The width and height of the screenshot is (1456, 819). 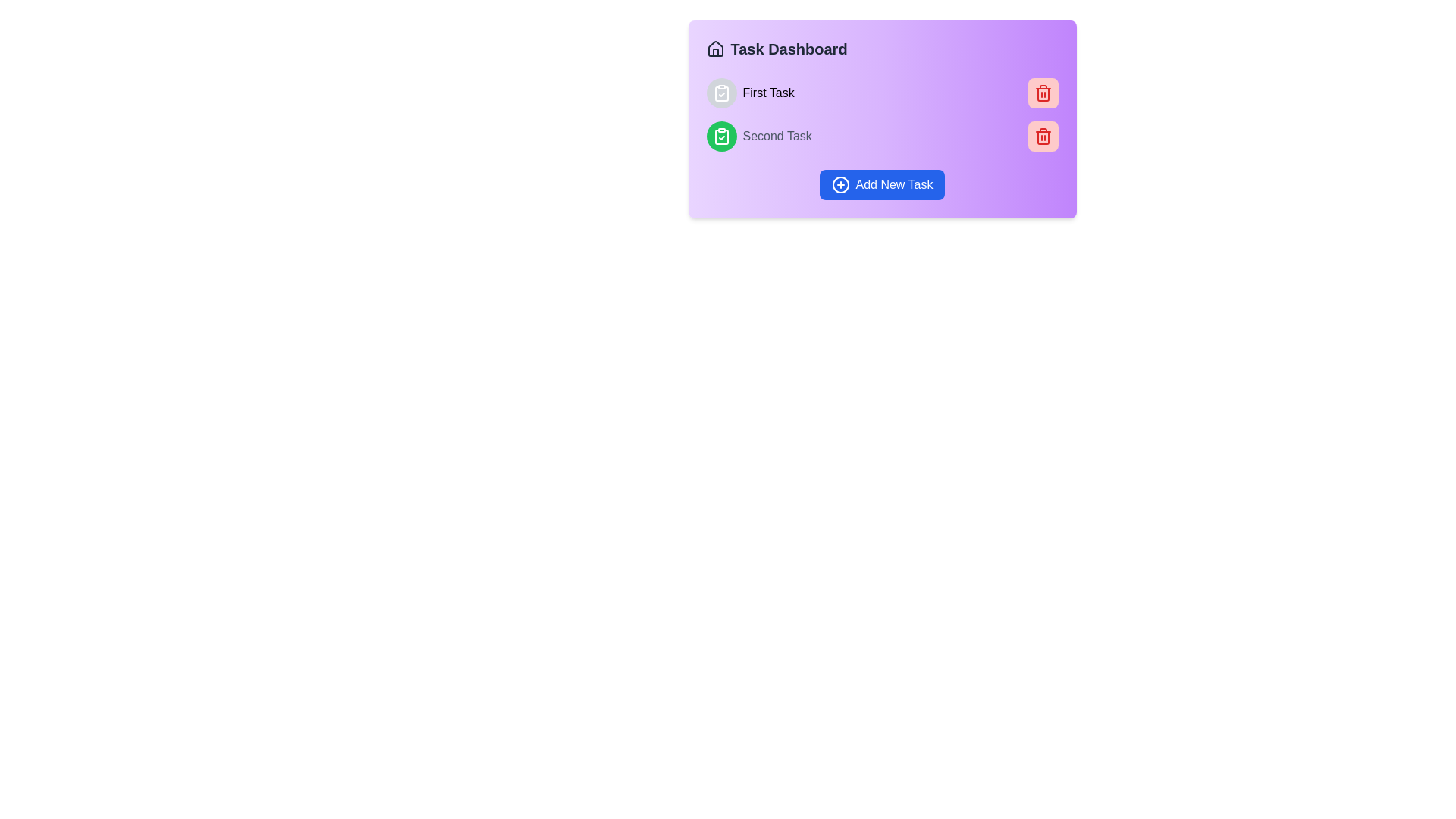 What do you see at coordinates (1042, 136) in the screenshot?
I see `the delete button located in the top-right corner of the 'Second Task' section` at bounding box center [1042, 136].